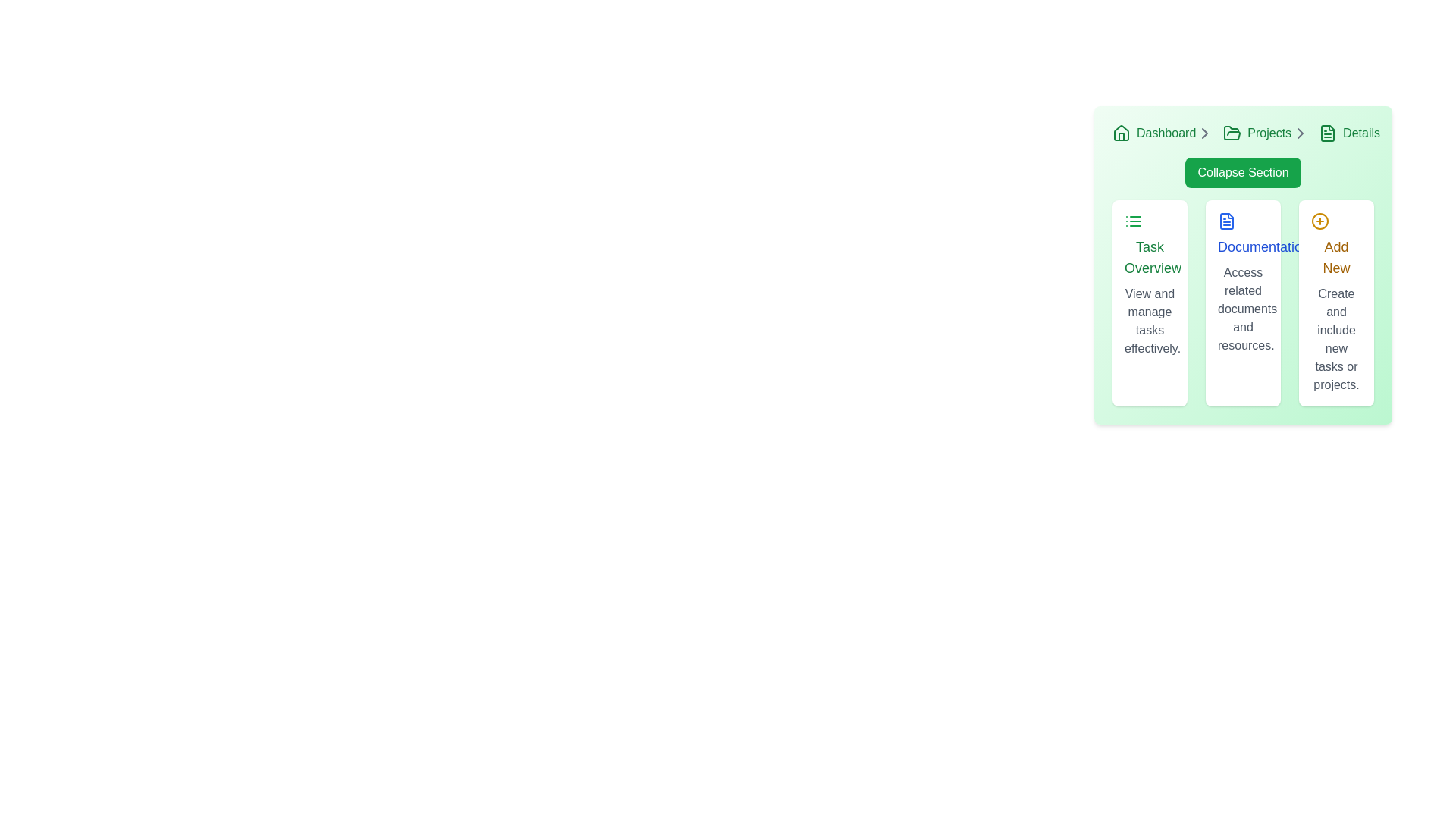  Describe the element at coordinates (1153, 133) in the screenshot. I see `the 'Dashboard' hyperlink, which is styled with a green color and appears adjacent to a home icon in the top left of the interface` at that location.